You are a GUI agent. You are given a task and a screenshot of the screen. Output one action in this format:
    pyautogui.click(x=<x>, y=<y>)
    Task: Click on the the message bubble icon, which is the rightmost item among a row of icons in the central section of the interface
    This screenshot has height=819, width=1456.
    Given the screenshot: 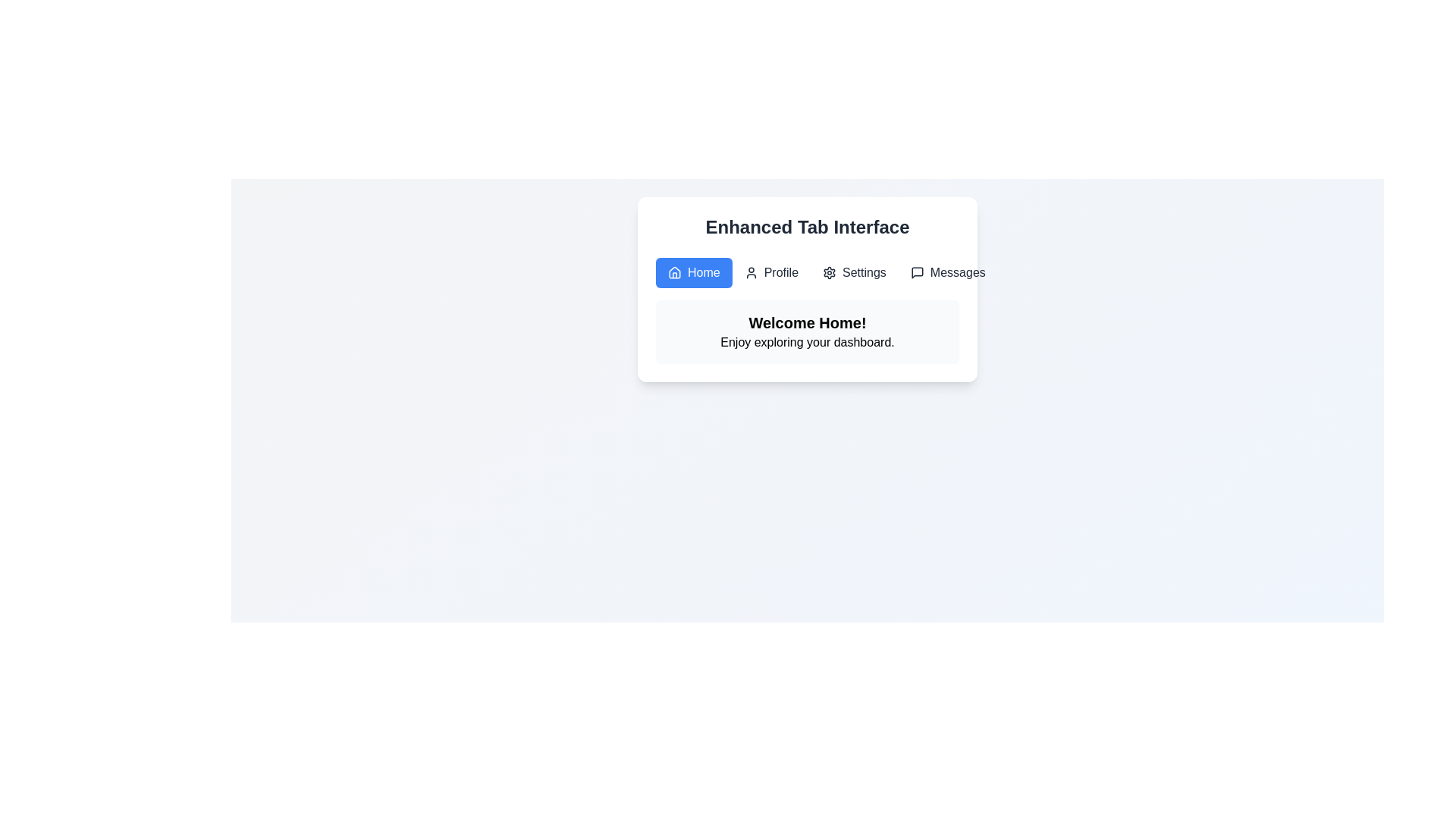 What is the action you would take?
    pyautogui.click(x=916, y=271)
    